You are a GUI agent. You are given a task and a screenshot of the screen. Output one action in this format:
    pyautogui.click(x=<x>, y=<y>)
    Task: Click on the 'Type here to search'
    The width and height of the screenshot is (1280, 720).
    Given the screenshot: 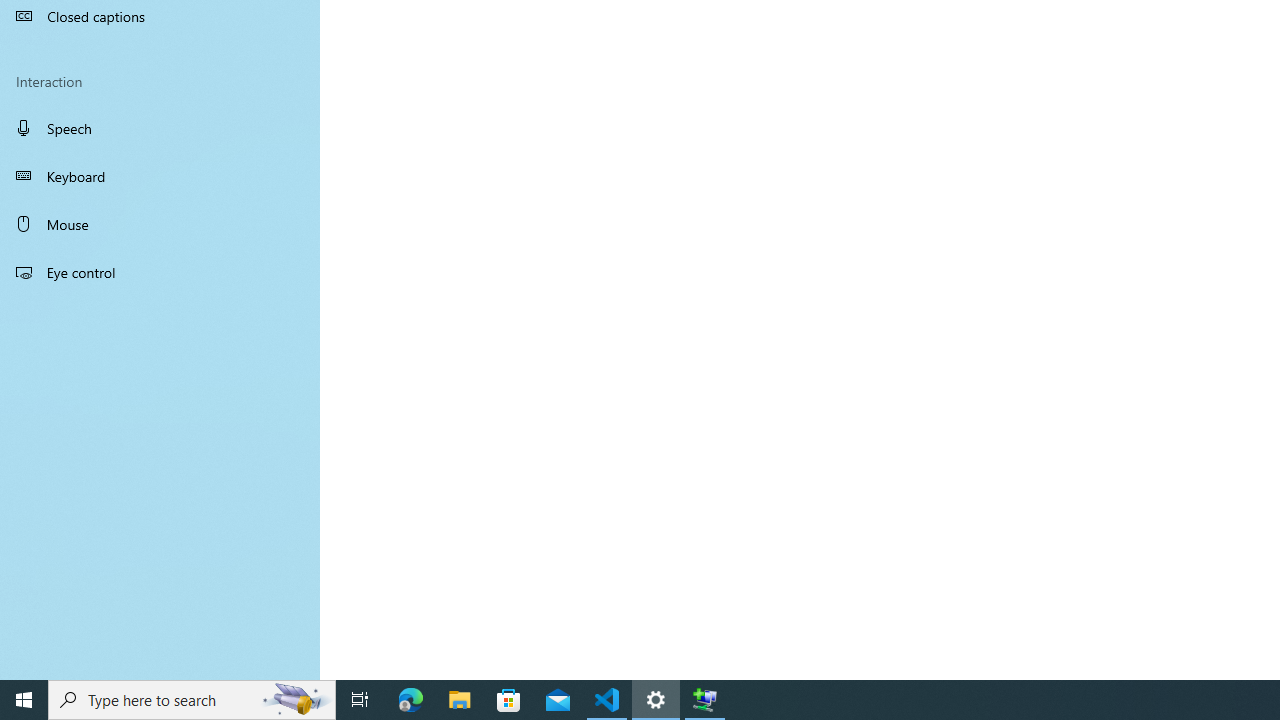 What is the action you would take?
    pyautogui.click(x=192, y=698)
    